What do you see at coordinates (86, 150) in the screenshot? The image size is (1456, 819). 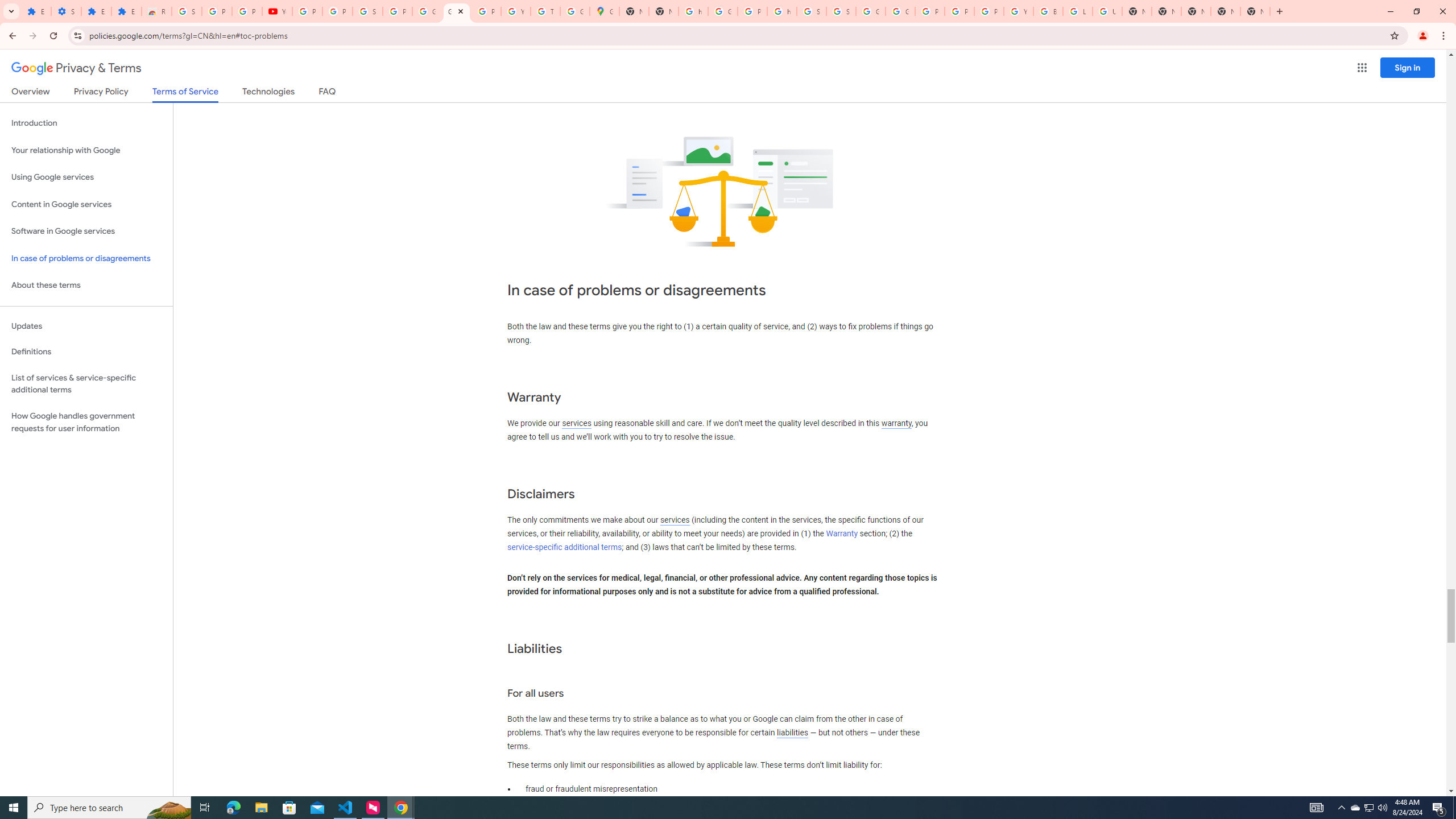 I see `'Your relationship with Google'` at bounding box center [86, 150].